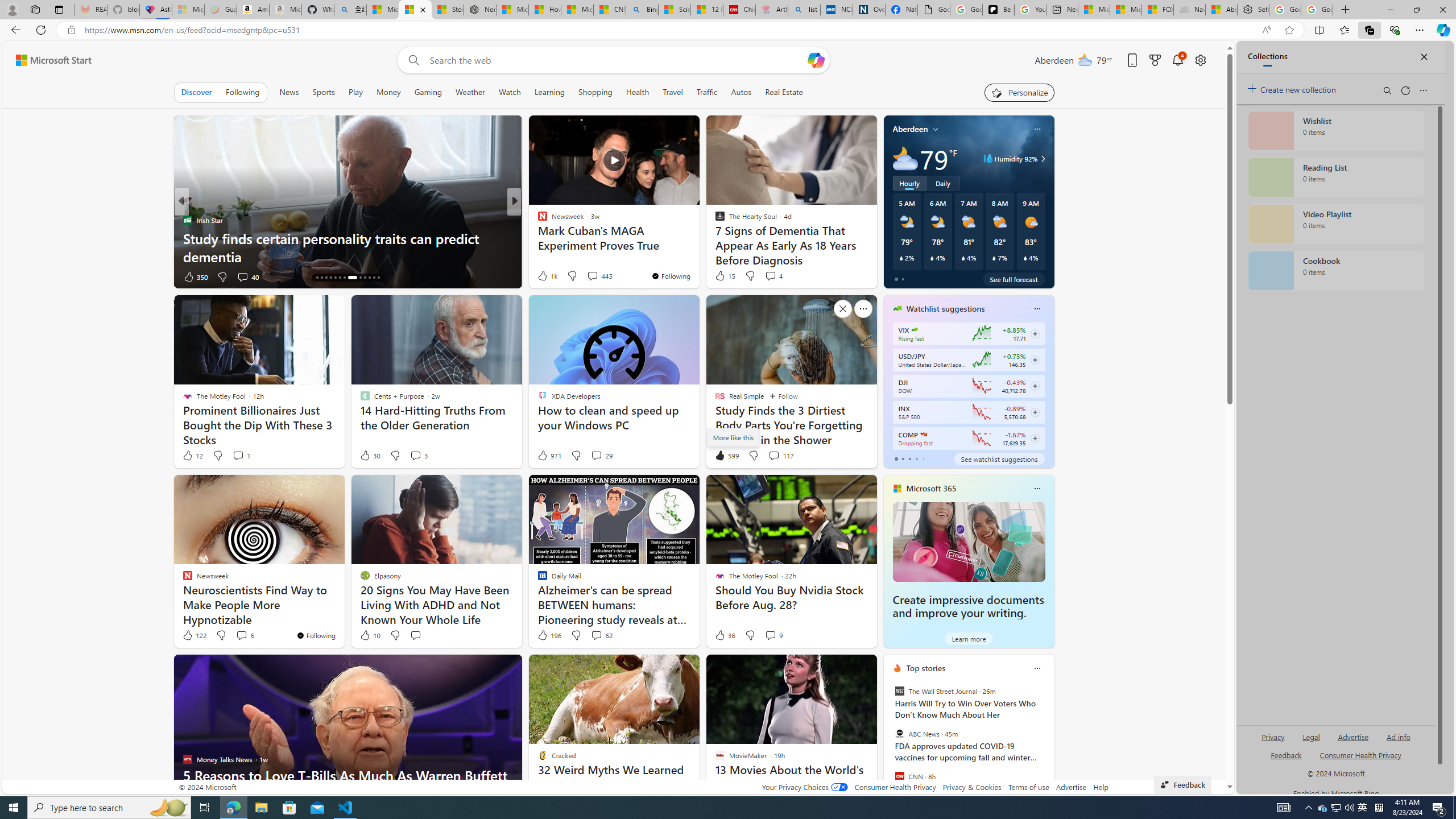 The height and width of the screenshot is (819, 1456). Describe the element at coordinates (904, 158) in the screenshot. I see `'Mostly cloudy'` at that location.